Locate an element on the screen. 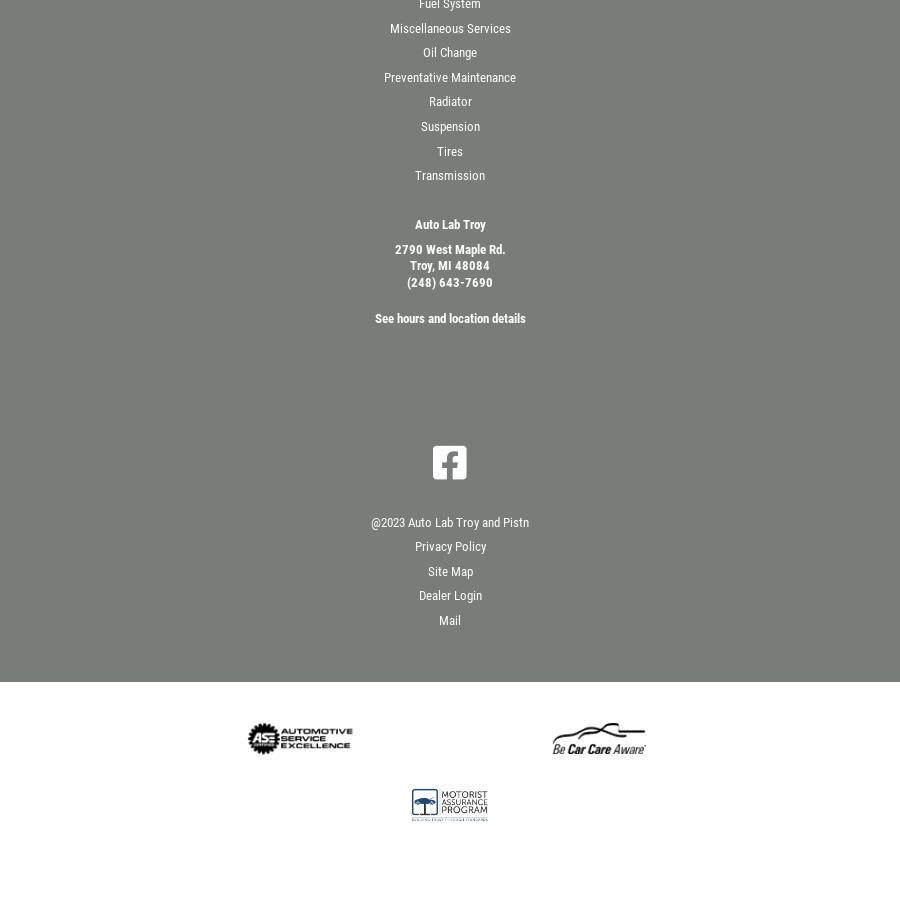 This screenshot has height=923, width=900. '2790 West Maple Rd.' is located at coordinates (394, 248).